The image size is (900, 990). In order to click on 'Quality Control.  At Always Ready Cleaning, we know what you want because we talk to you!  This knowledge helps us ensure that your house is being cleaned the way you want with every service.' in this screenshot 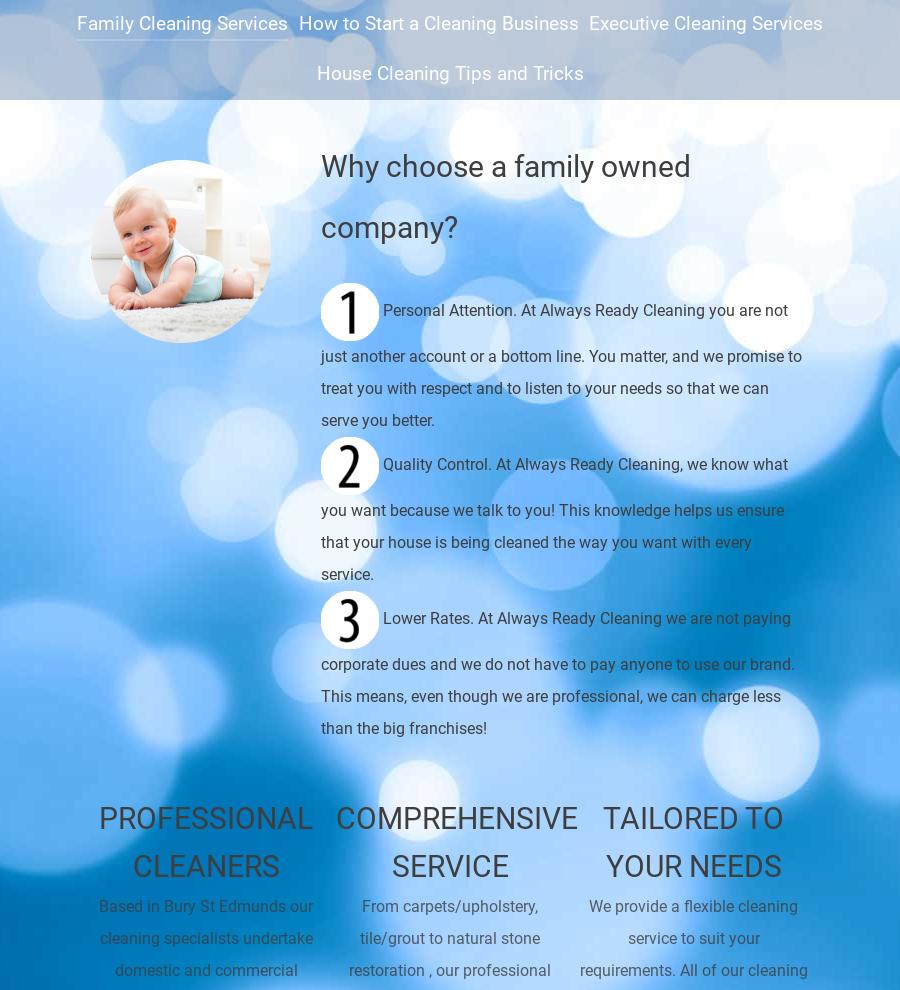, I will do `click(320, 517)`.